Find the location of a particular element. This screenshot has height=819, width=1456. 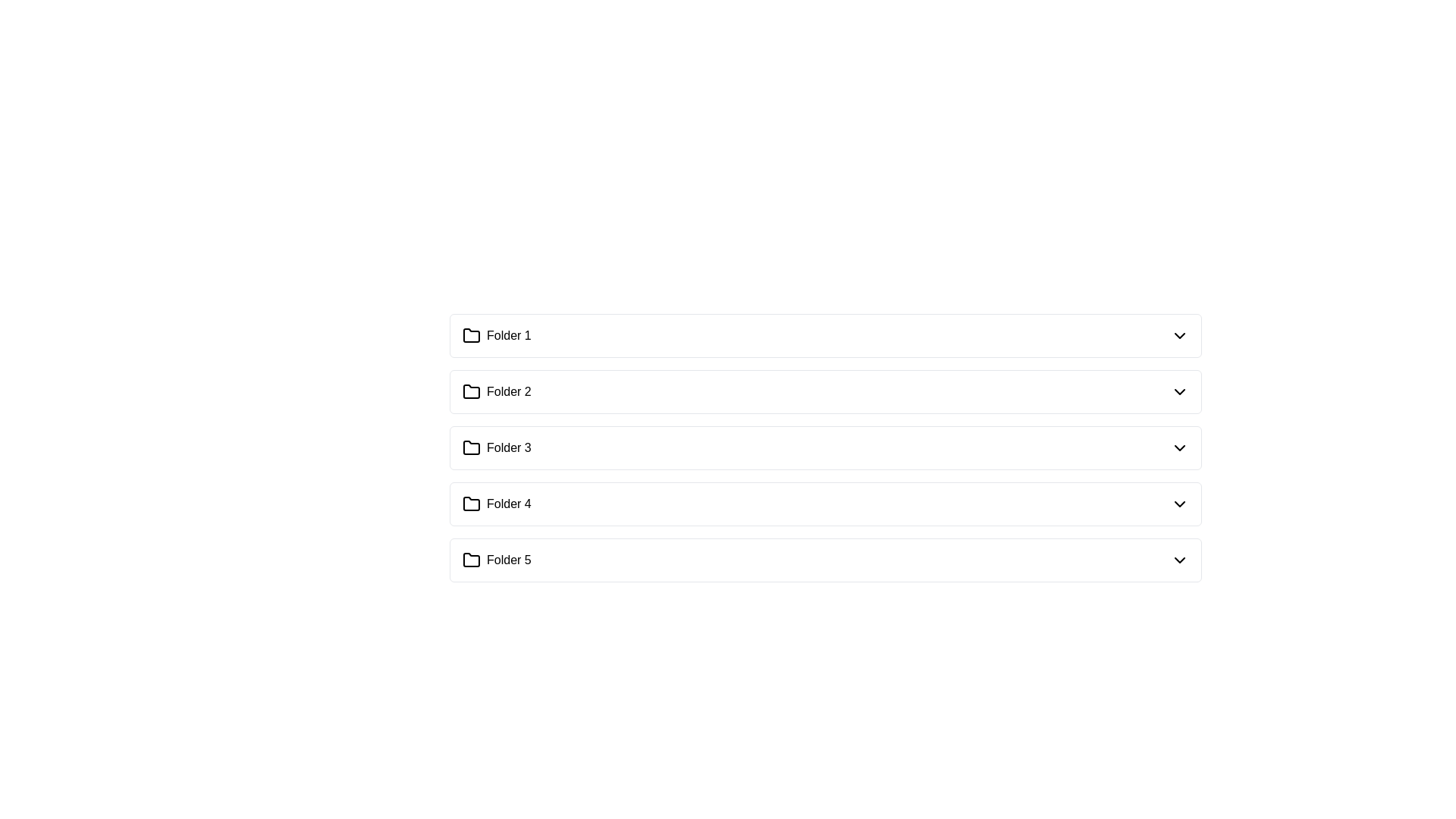

the downward-pointing arrow icon on the right side of the row labeled 'Folder 1' is located at coordinates (1178, 335).